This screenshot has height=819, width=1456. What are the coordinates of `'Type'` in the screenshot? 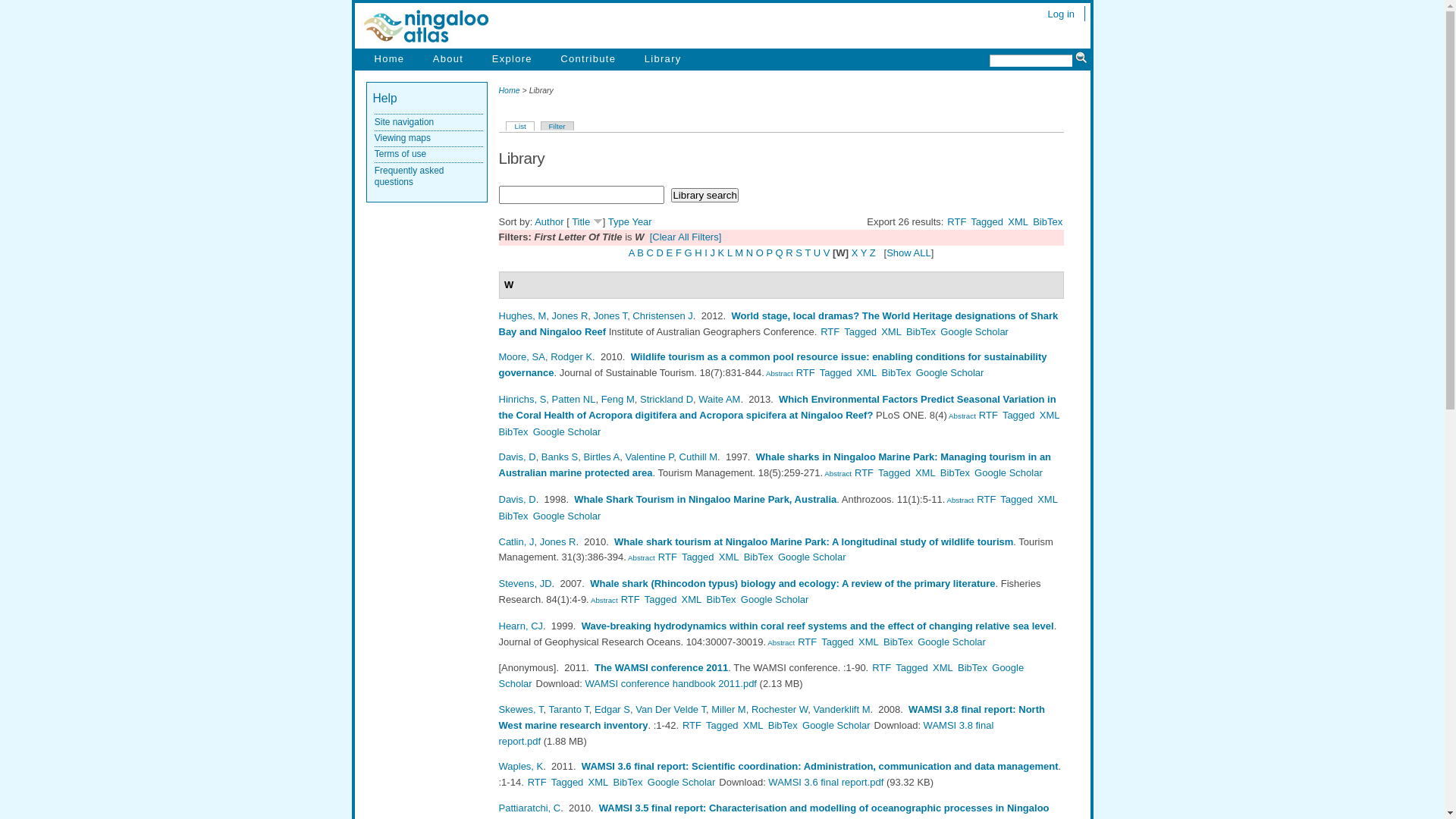 It's located at (607, 221).